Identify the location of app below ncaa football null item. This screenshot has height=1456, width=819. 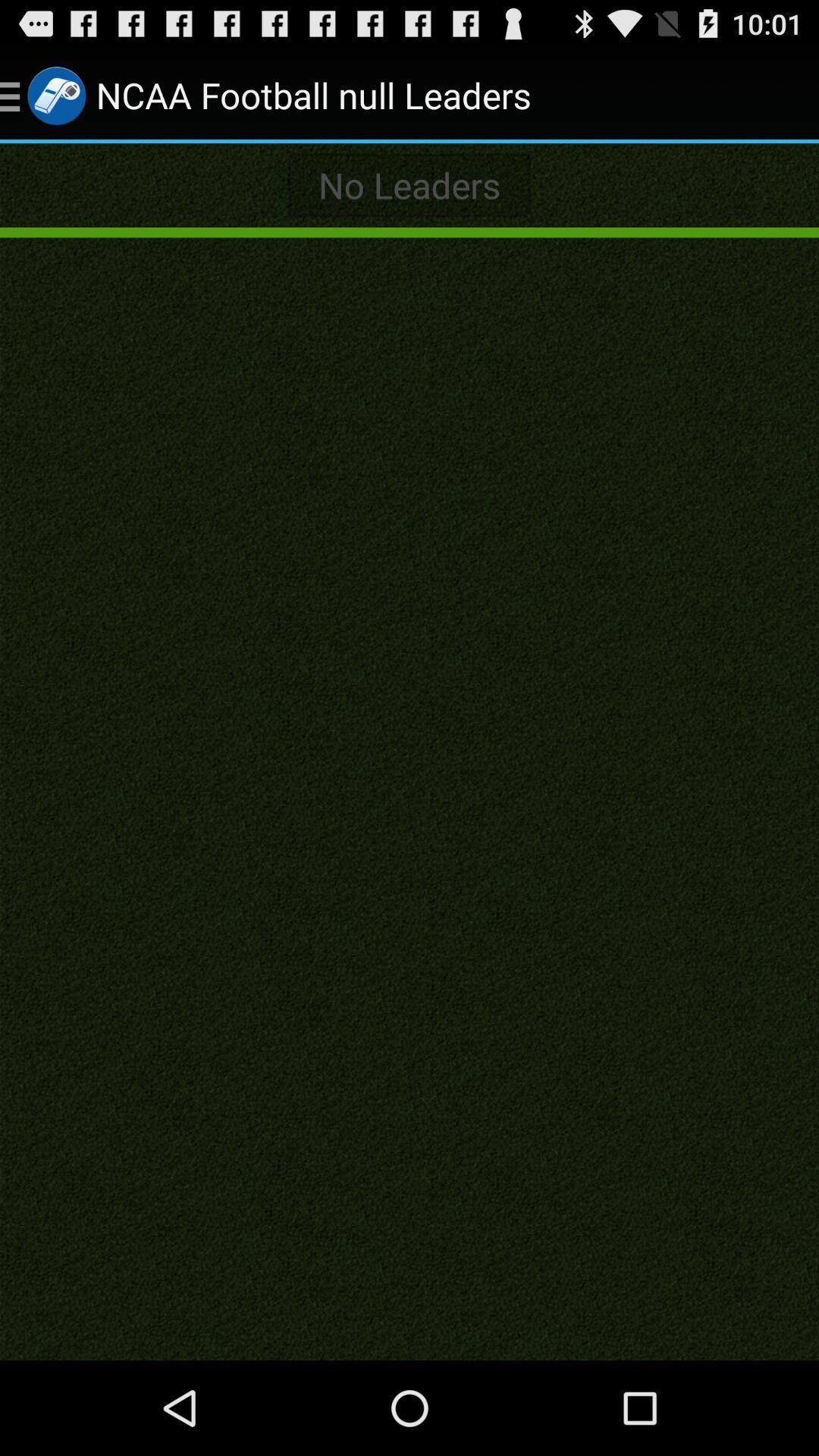
(409, 184).